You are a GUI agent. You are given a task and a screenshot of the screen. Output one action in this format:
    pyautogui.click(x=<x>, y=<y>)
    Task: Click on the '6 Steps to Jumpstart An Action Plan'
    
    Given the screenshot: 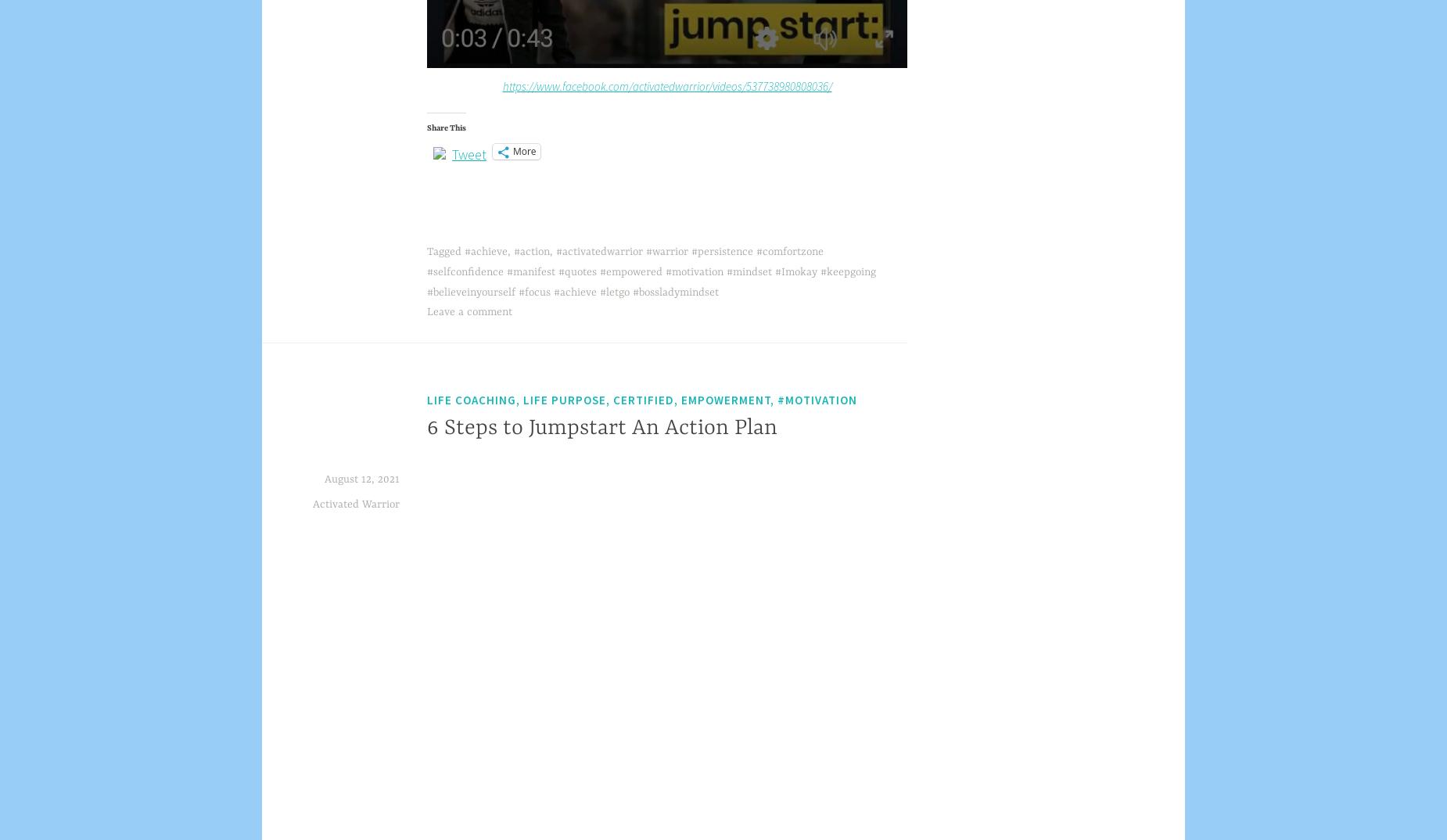 What is the action you would take?
    pyautogui.click(x=601, y=427)
    